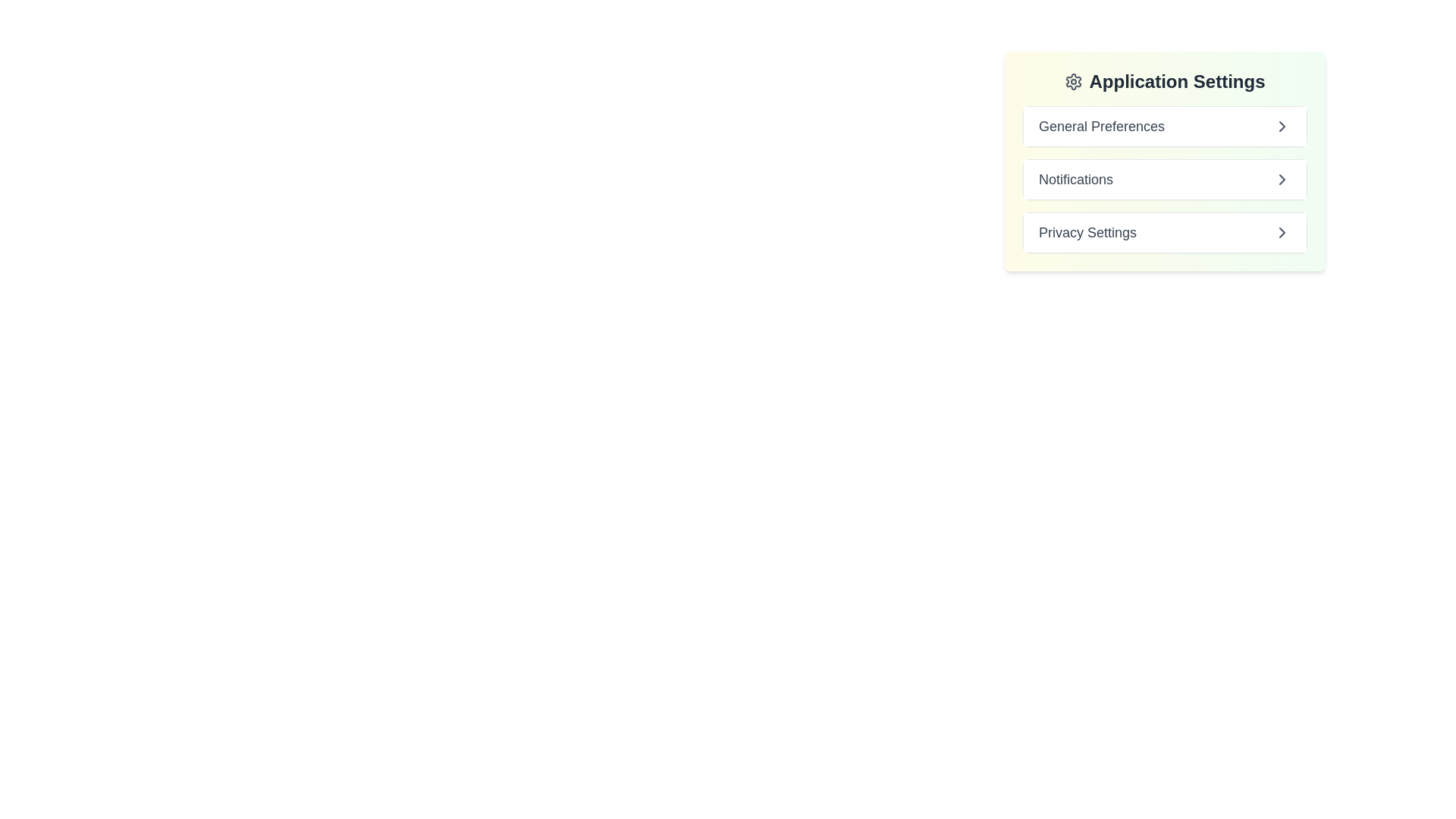  Describe the element at coordinates (1281, 125) in the screenshot. I see `the right-pointing arrow icon with a thin outline located inside the 'General Preferences' section of the 'Application Settings' panel` at that location.